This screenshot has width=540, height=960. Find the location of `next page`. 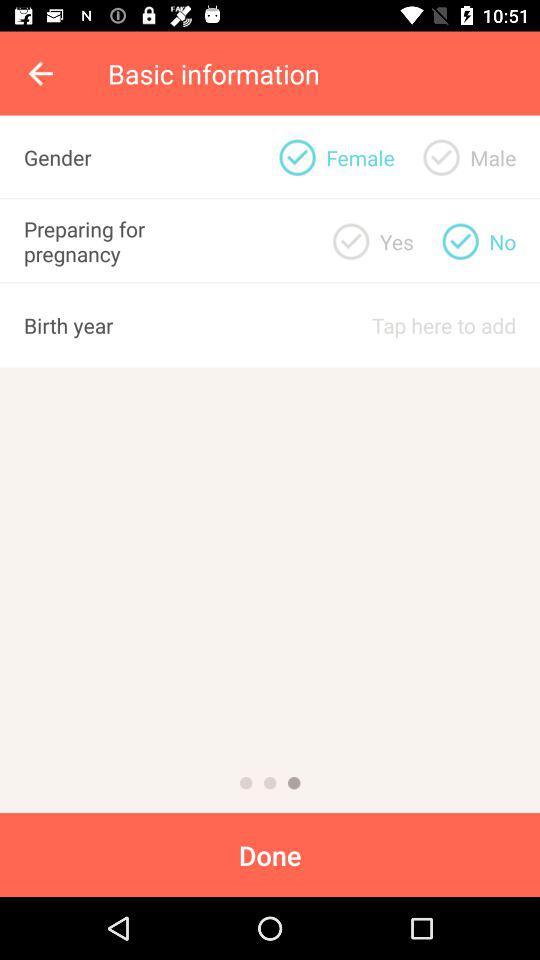

next page is located at coordinates (270, 783).